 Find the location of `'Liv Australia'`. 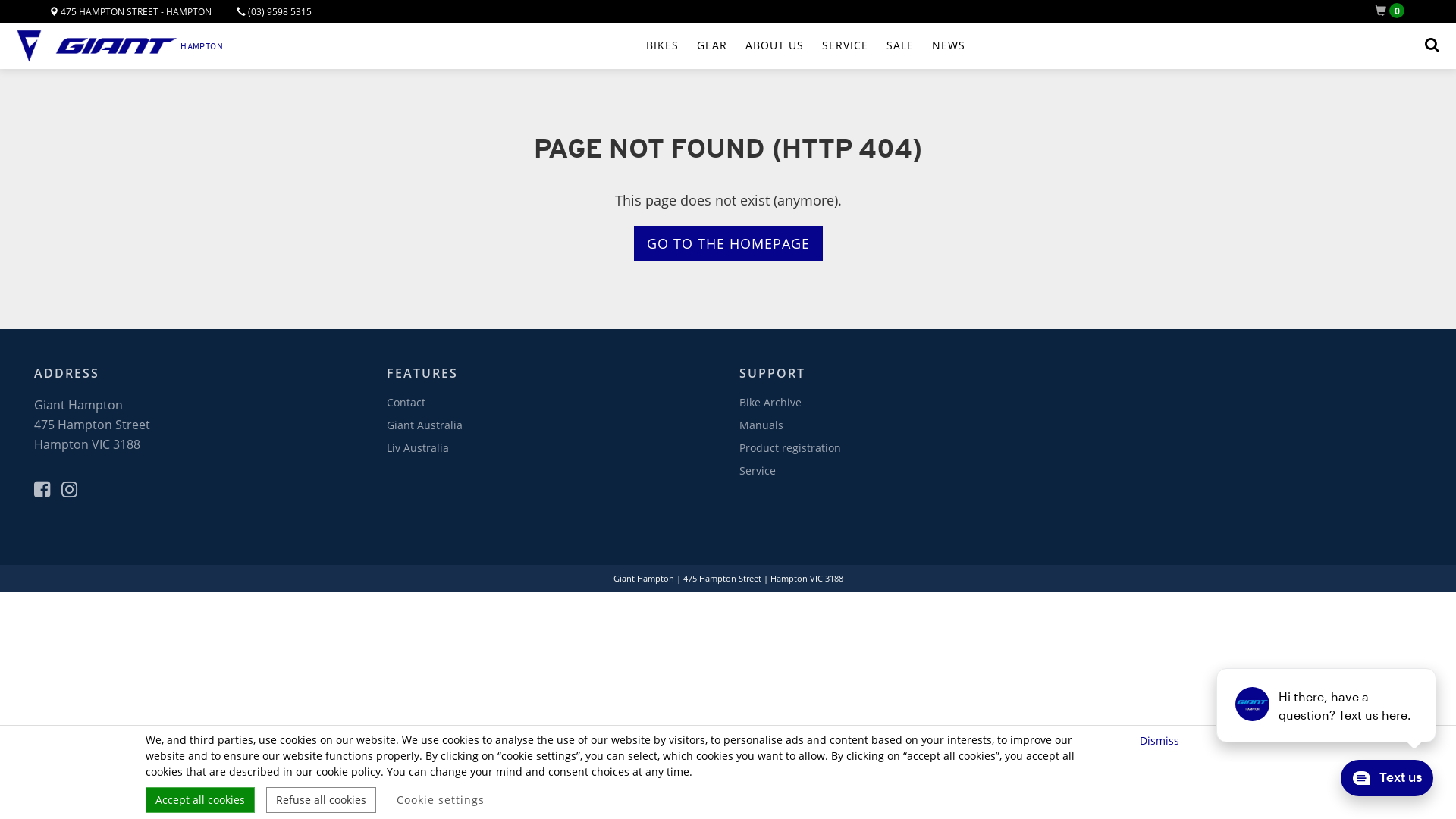

'Liv Australia' is located at coordinates (386, 447).